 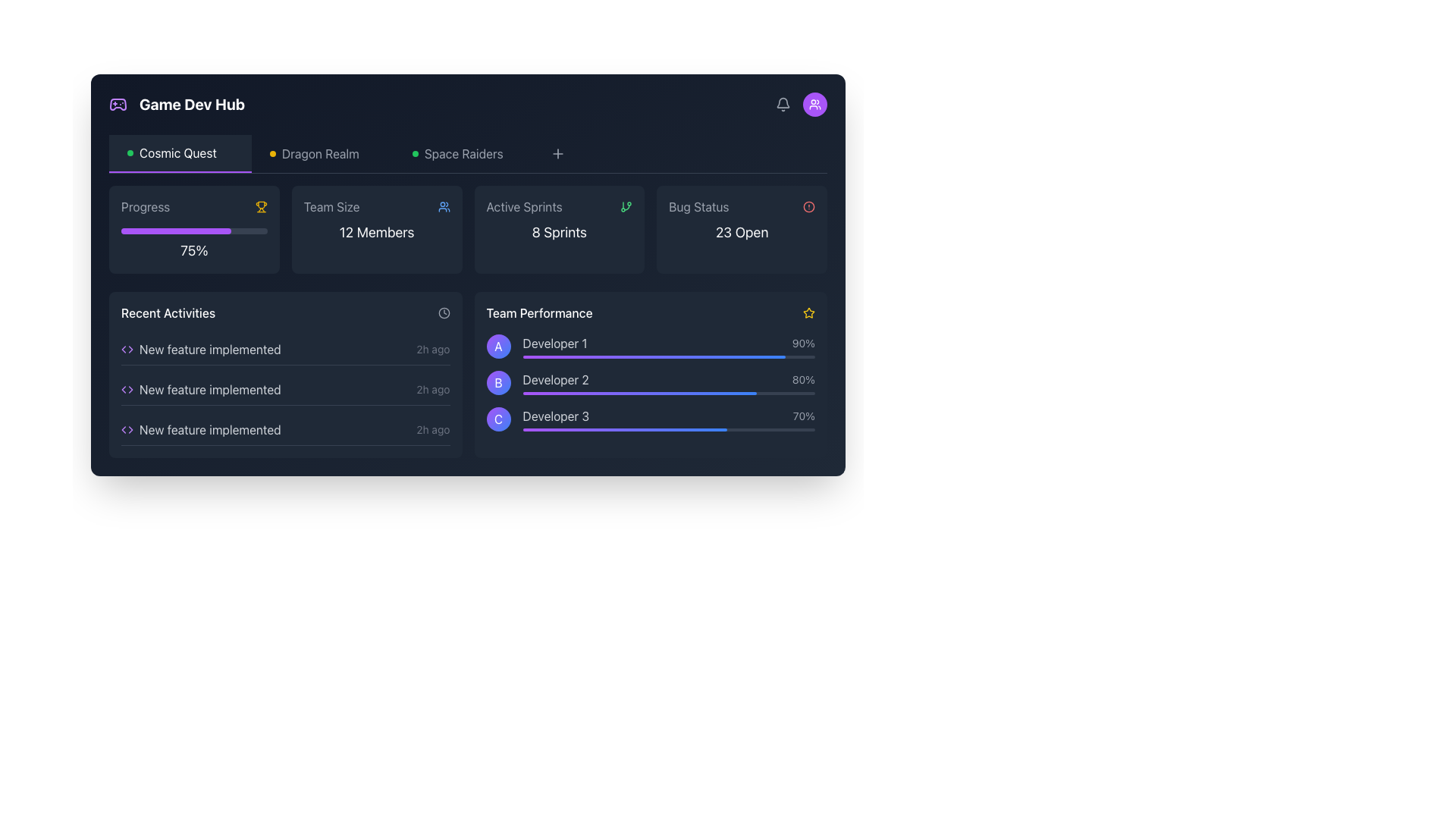 I want to click on the interactive gradient progress bar representing 'Developer 3' under the 'Team Performance' section, so click(x=625, y=430).